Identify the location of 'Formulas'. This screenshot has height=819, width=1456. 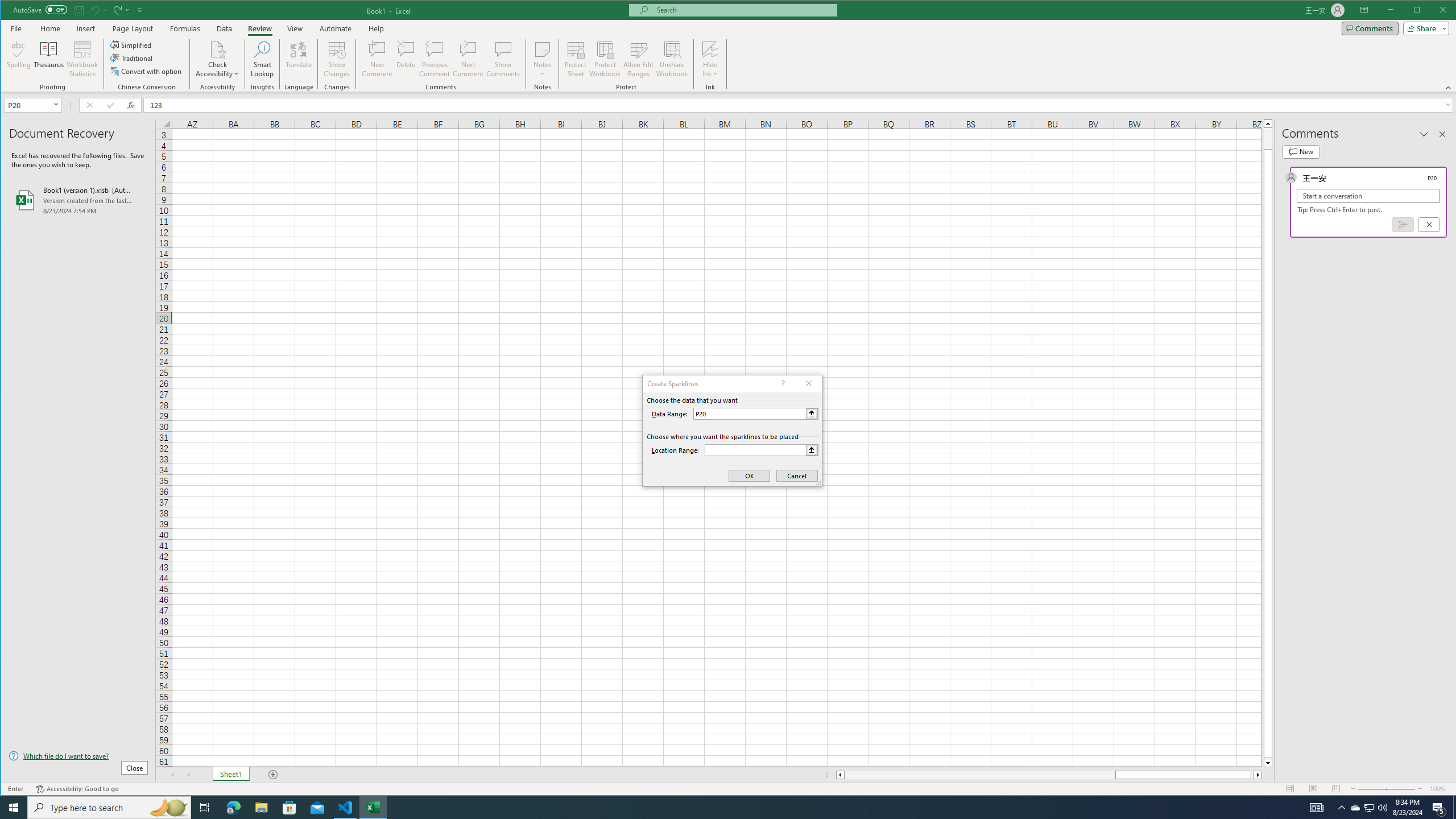
(185, 28).